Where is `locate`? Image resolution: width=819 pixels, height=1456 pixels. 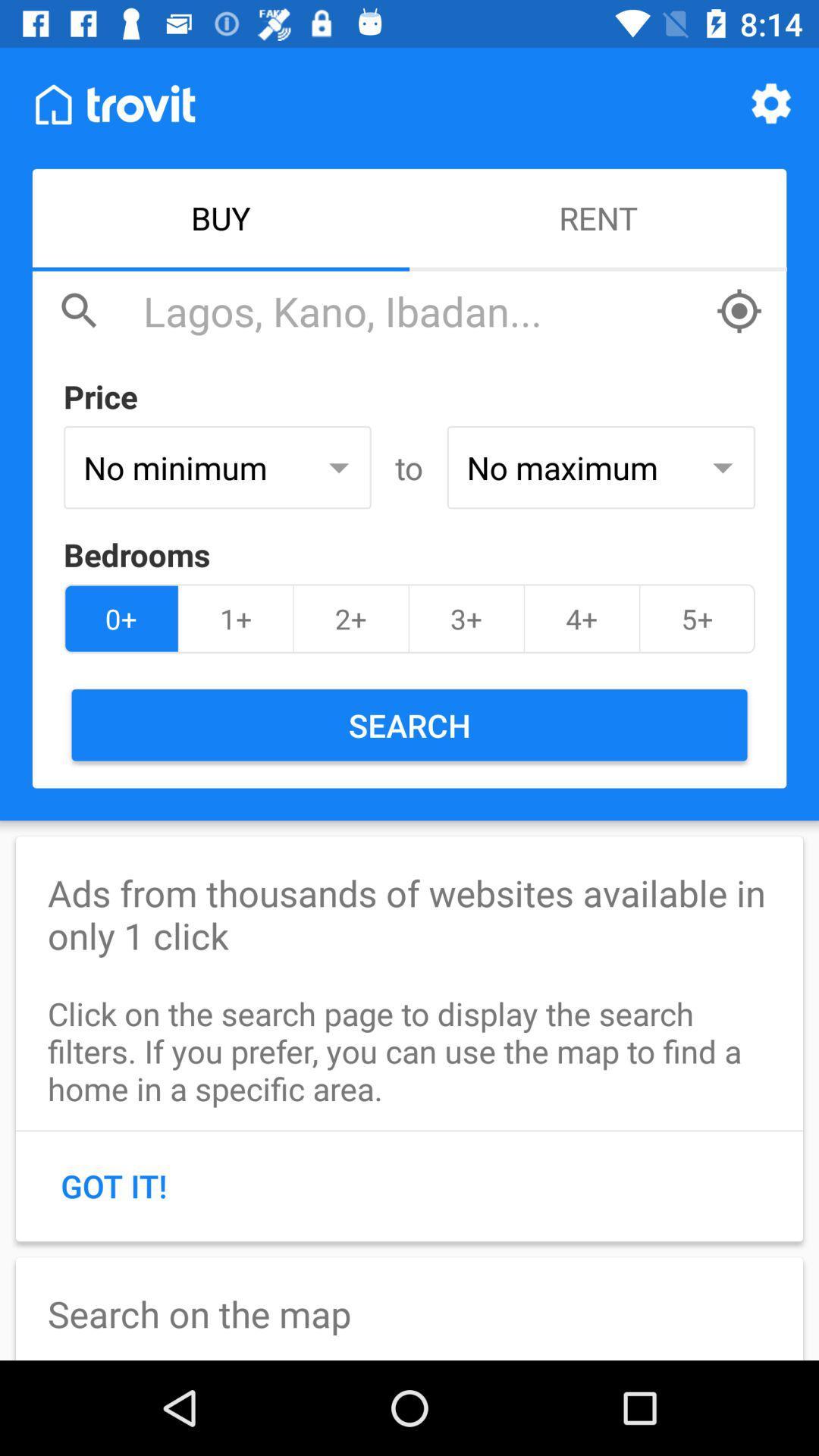 locate is located at coordinates (739, 310).